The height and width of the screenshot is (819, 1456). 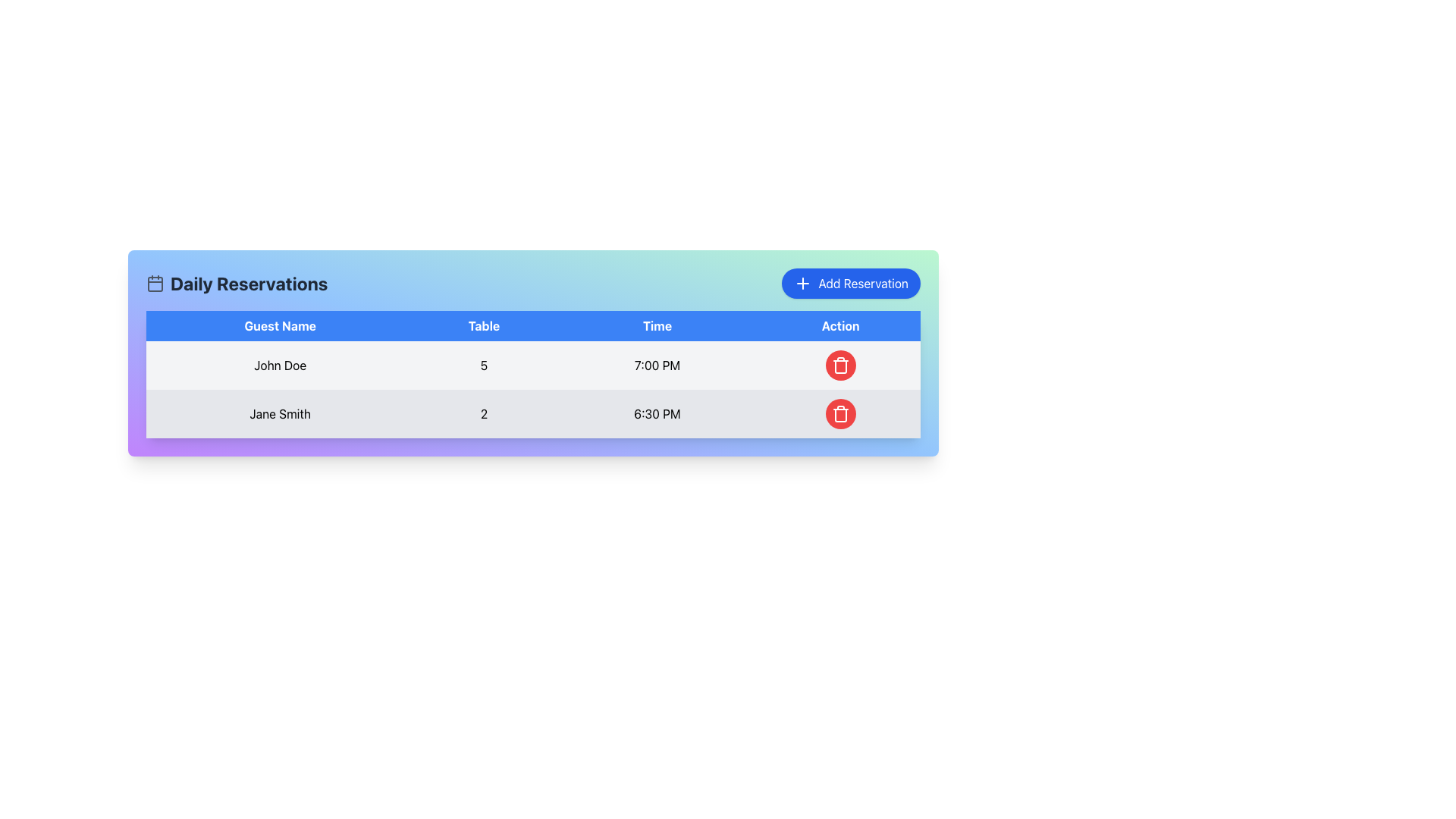 What do you see at coordinates (155, 284) in the screenshot?
I see `the decorative shape of the calendar icon, which enhances its visual appeal and is located to the left of the 'Daily Reservations' heading` at bounding box center [155, 284].